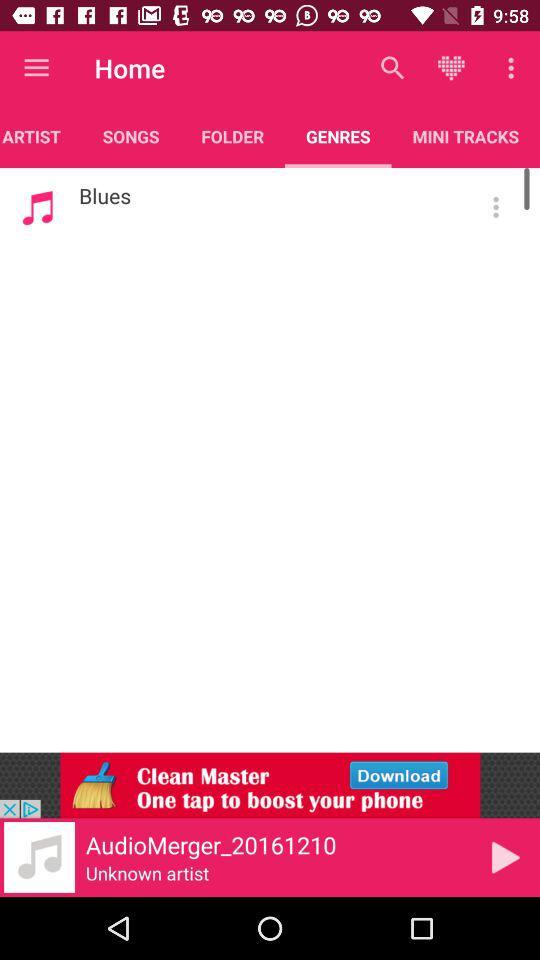  What do you see at coordinates (504, 856) in the screenshot?
I see `the play icon` at bounding box center [504, 856].